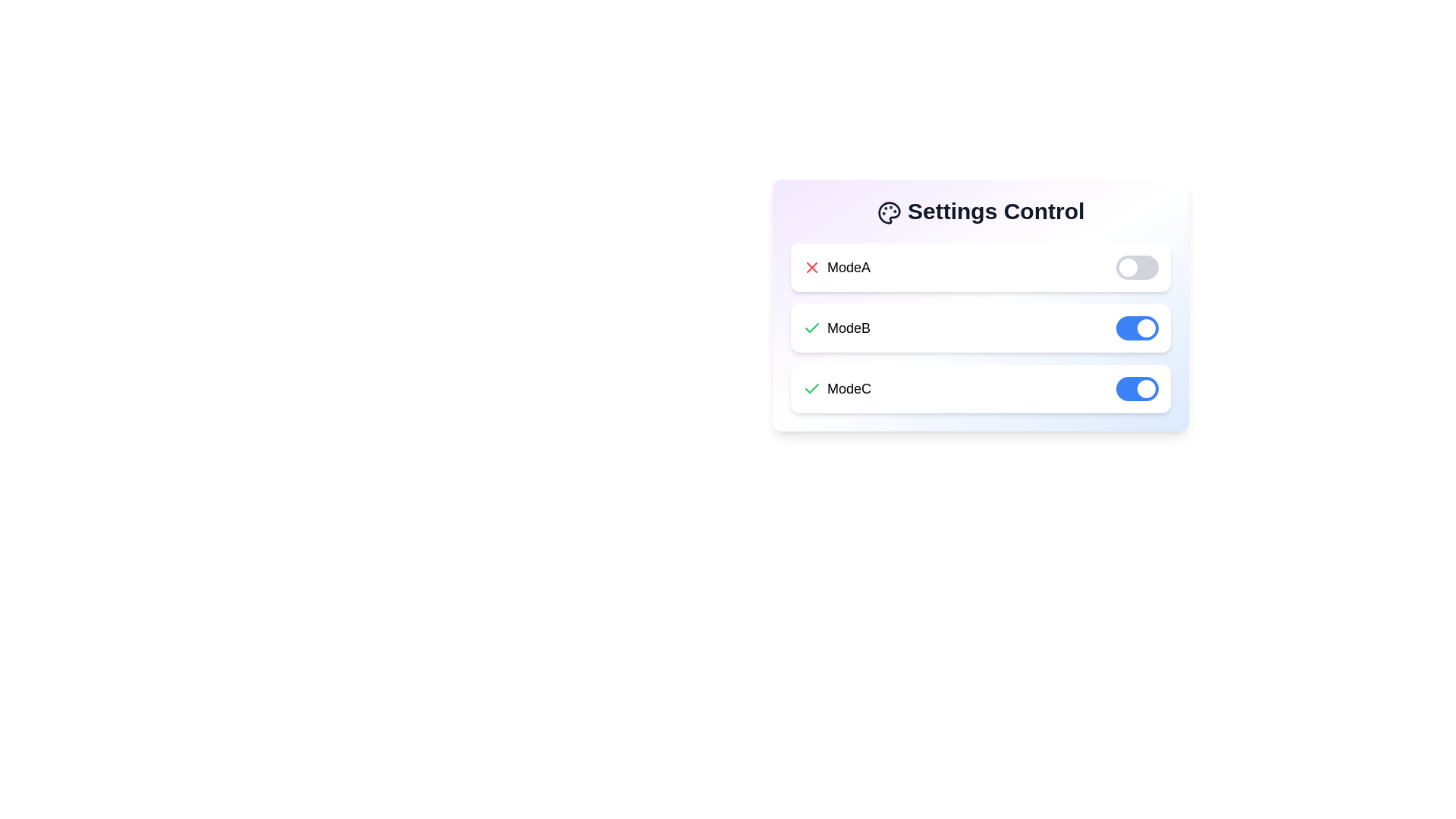  I want to click on the toggle switch for 'ModeB' located at the far right of its row, so click(1137, 327).